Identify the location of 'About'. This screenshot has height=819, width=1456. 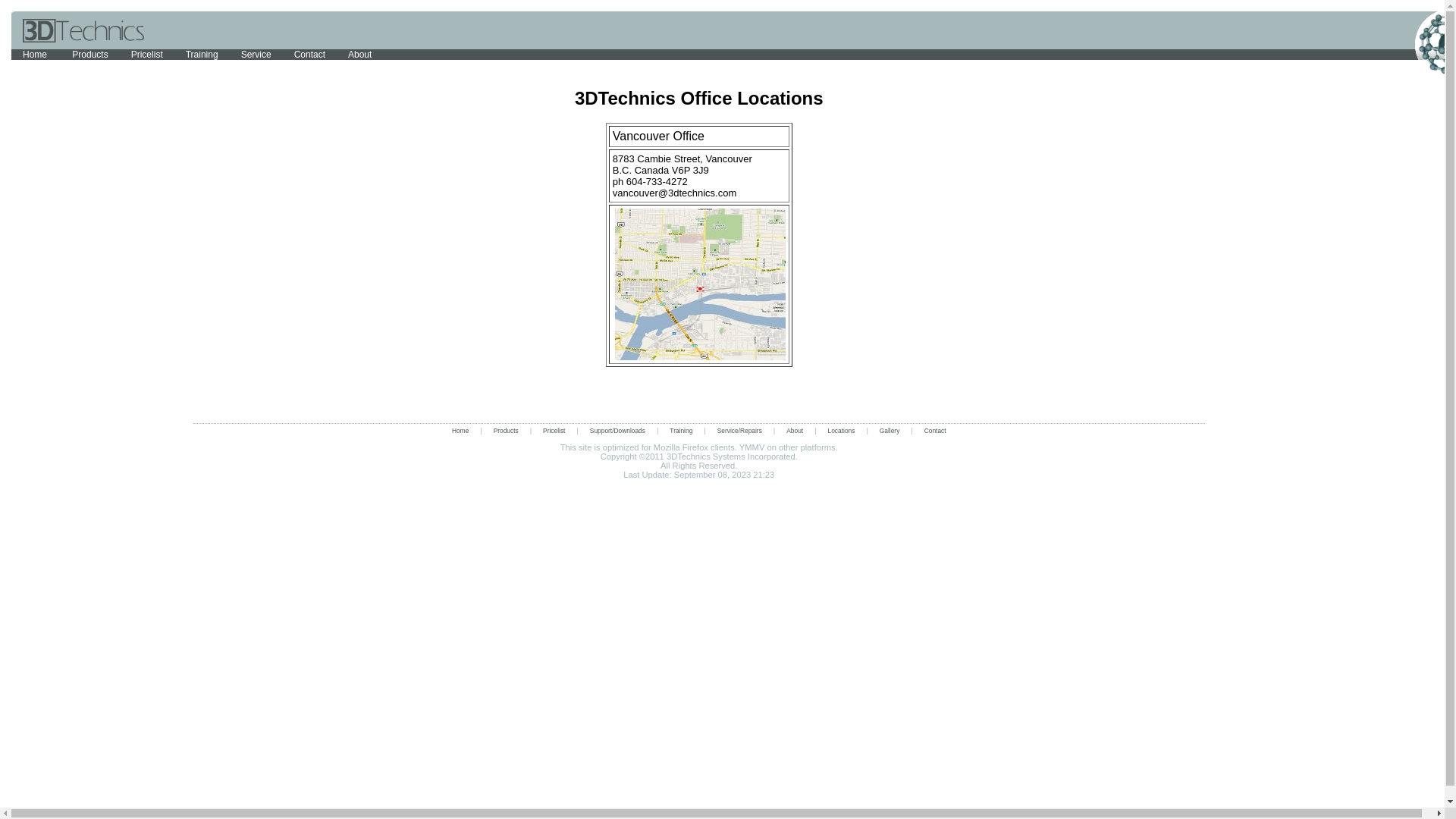
(793, 430).